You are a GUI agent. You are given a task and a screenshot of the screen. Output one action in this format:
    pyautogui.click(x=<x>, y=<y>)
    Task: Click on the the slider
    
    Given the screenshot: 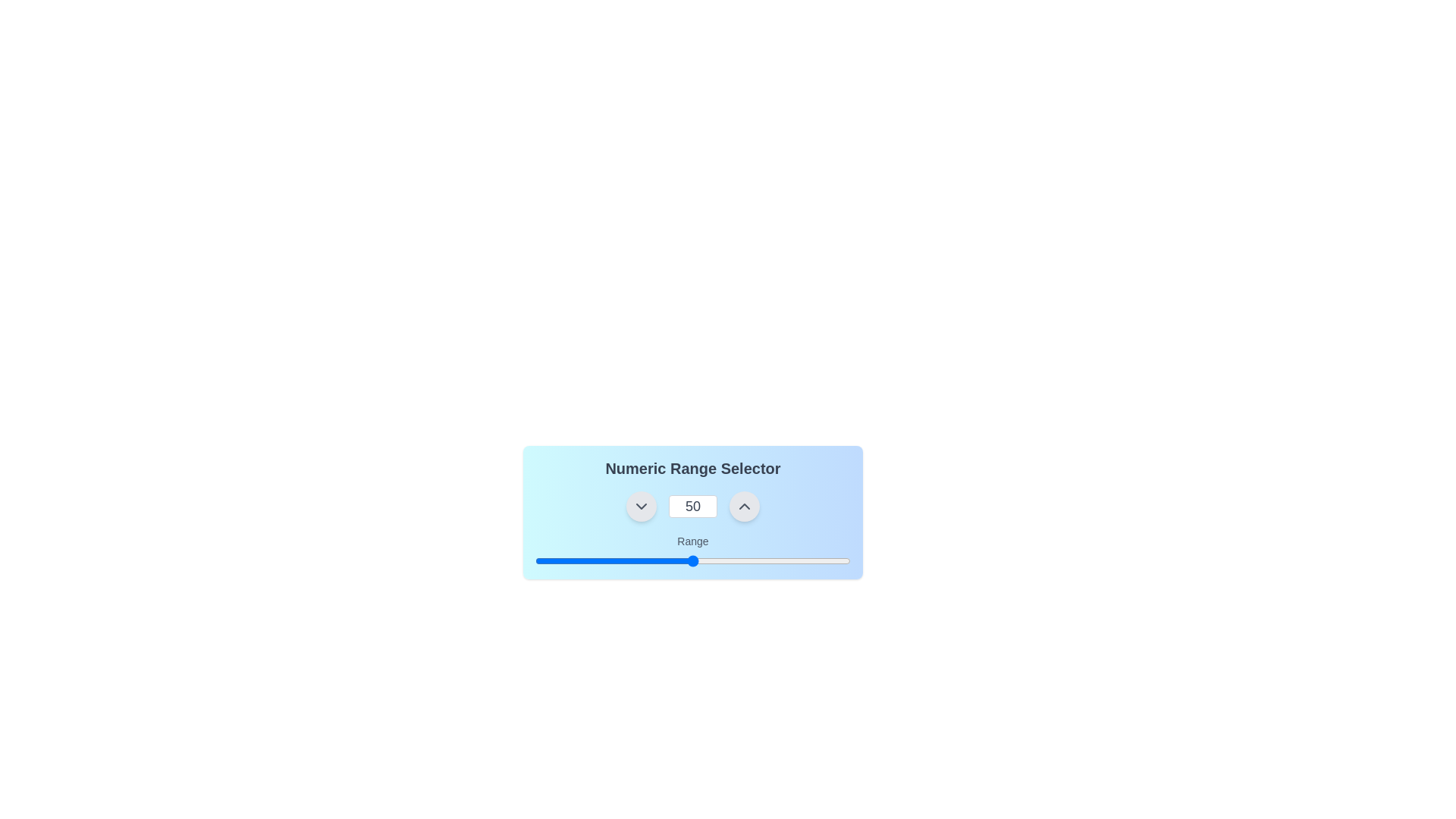 What is the action you would take?
    pyautogui.click(x=711, y=561)
    